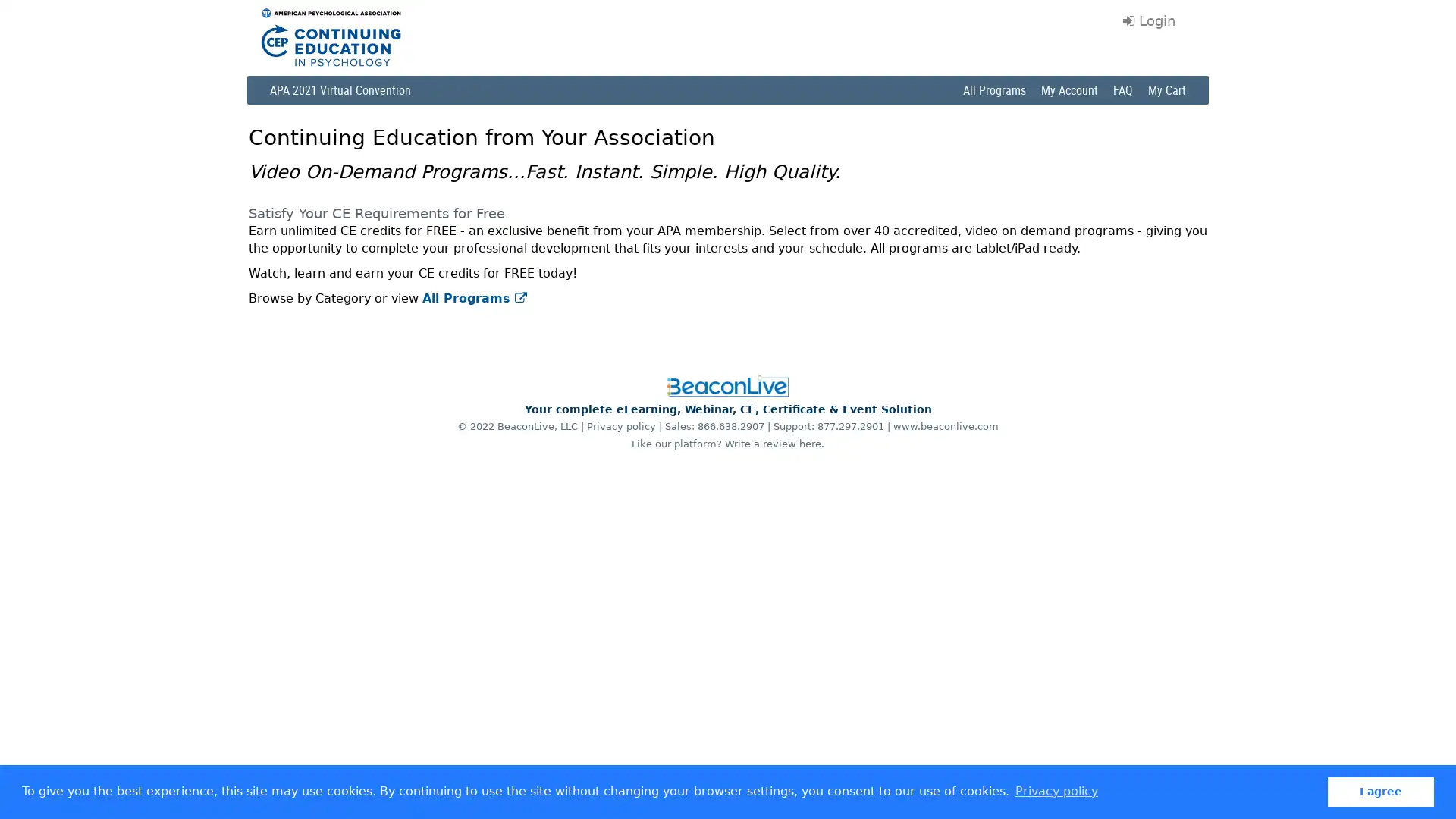  Describe the element at coordinates (1055, 791) in the screenshot. I see `learn more about cookies` at that location.